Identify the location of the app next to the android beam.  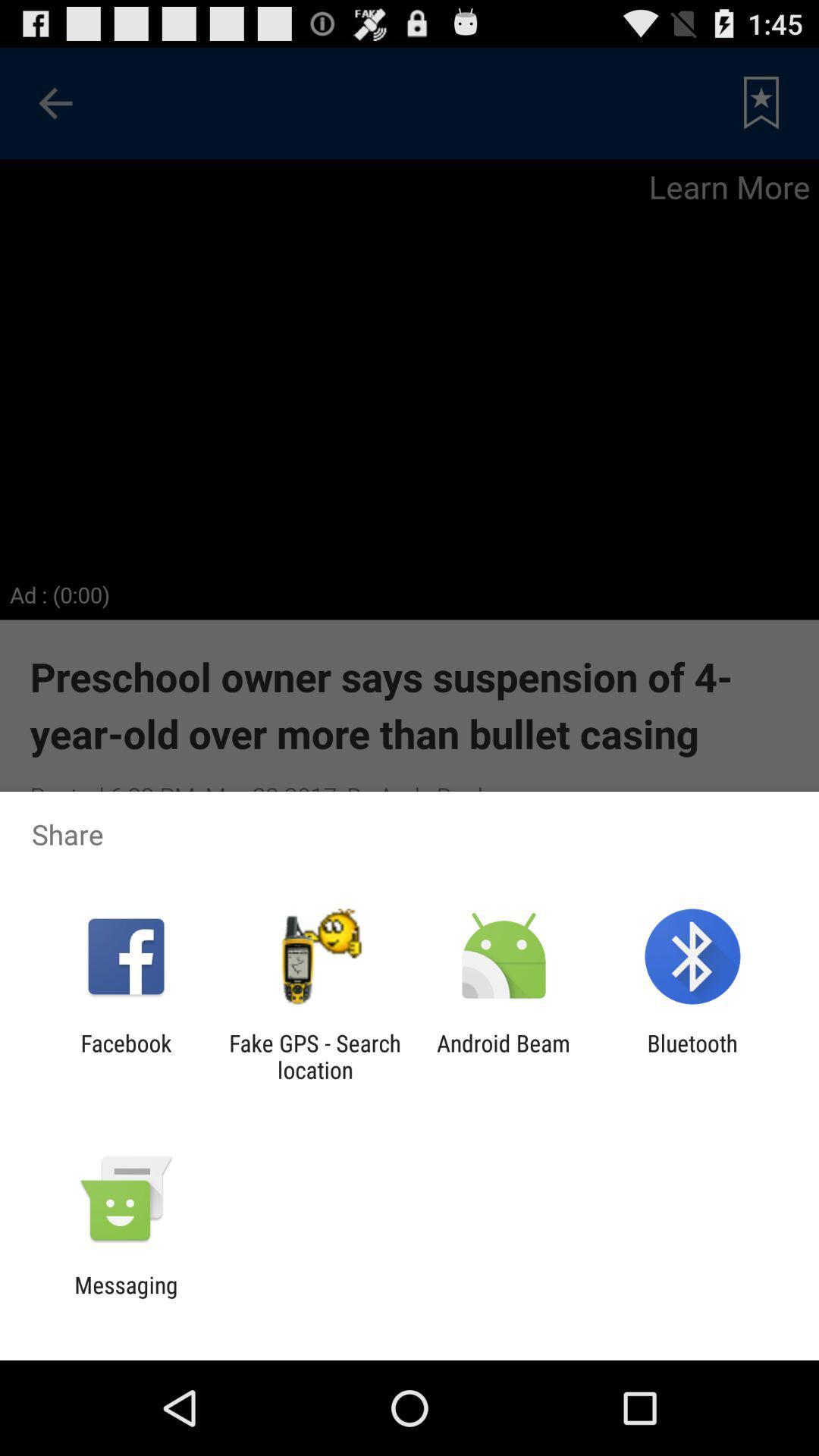
(692, 1056).